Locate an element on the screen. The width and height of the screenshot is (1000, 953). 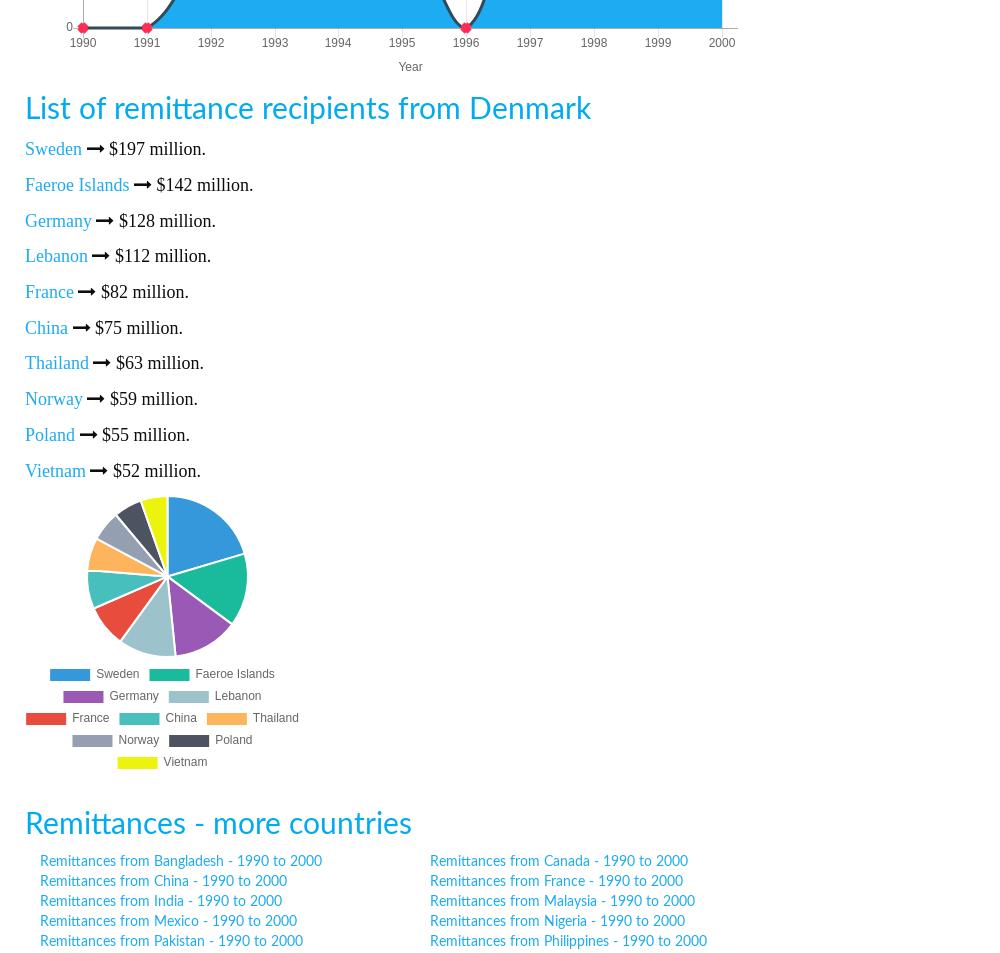
'List of remittance recipients from Denmark' is located at coordinates (308, 108).